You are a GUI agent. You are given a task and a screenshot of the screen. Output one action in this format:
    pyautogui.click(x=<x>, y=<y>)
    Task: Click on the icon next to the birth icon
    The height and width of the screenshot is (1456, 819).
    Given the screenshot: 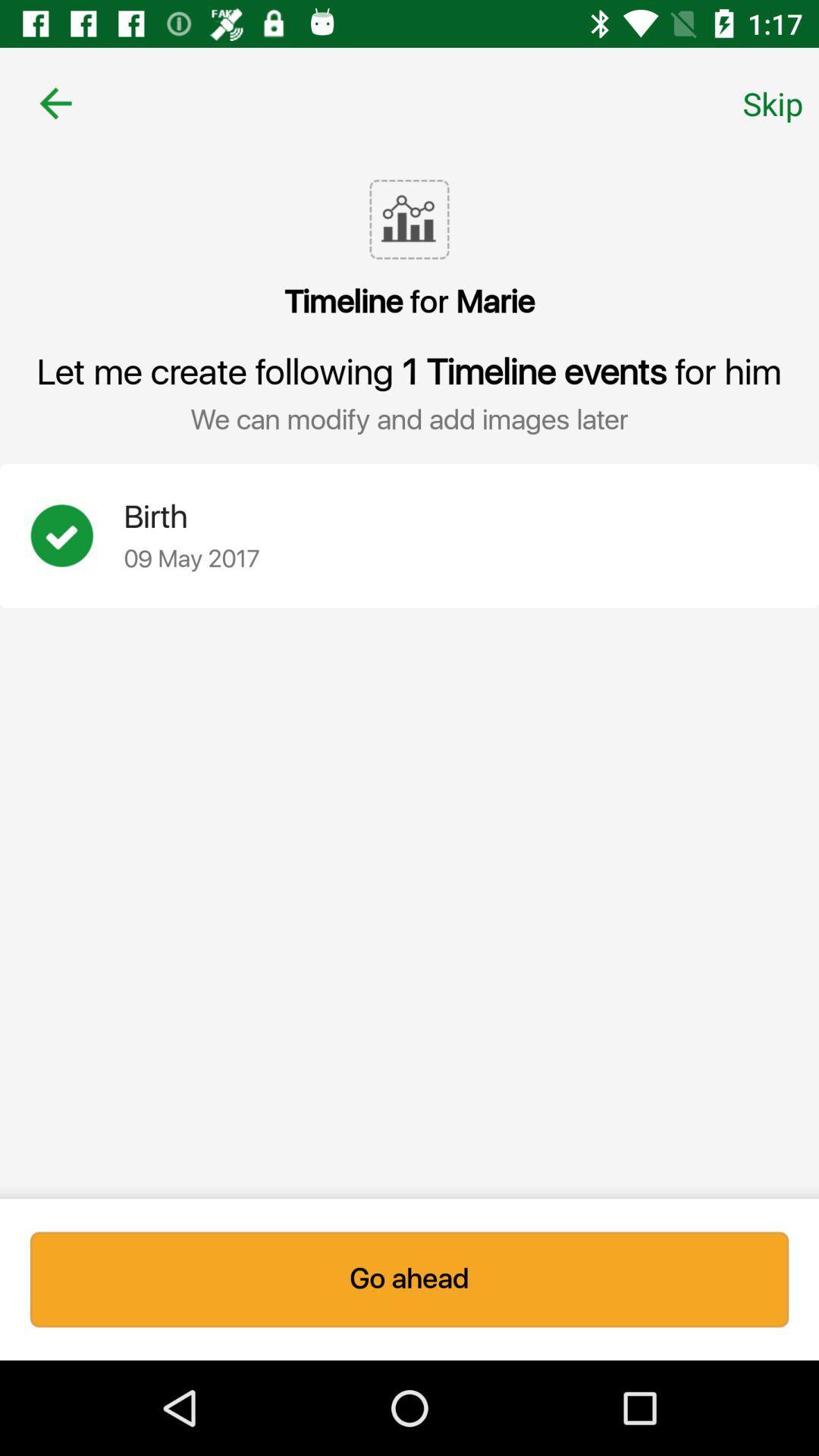 What is the action you would take?
    pyautogui.click(x=77, y=535)
    